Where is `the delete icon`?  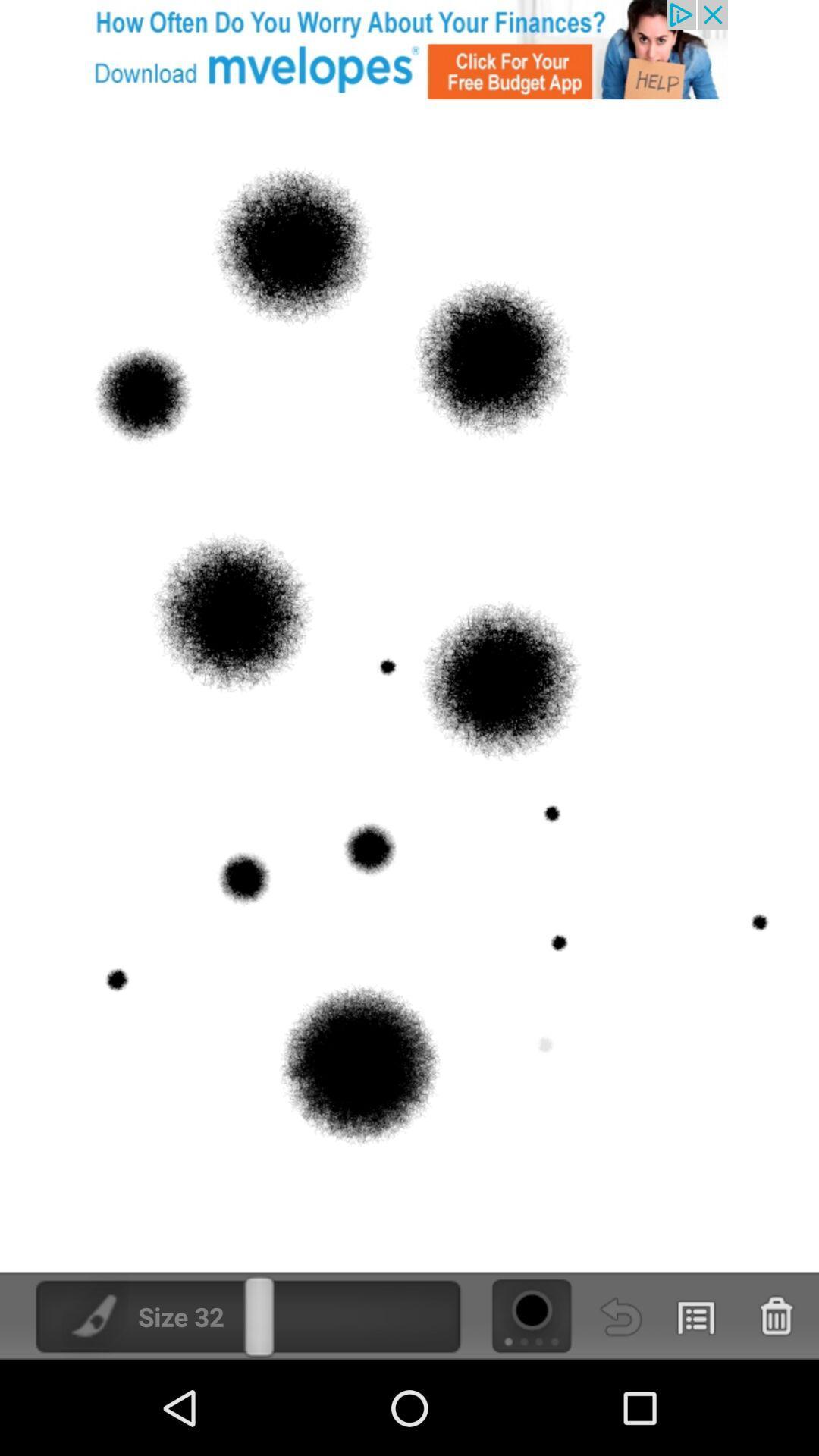
the delete icon is located at coordinates (775, 1408).